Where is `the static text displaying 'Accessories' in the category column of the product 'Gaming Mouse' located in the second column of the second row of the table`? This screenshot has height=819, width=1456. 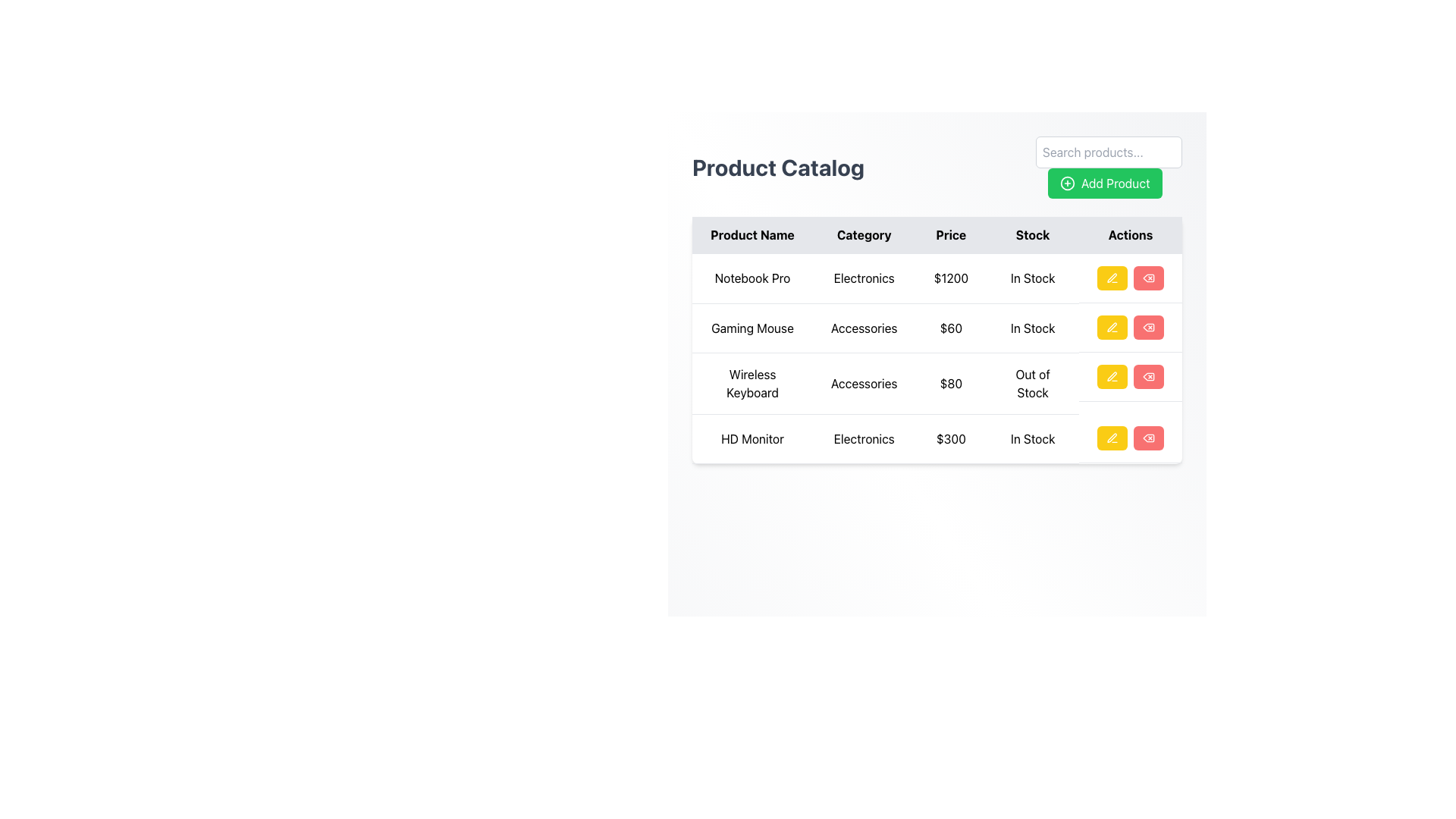
the static text displaying 'Accessories' in the category column of the product 'Gaming Mouse' located in the second column of the second row of the table is located at coordinates (864, 327).